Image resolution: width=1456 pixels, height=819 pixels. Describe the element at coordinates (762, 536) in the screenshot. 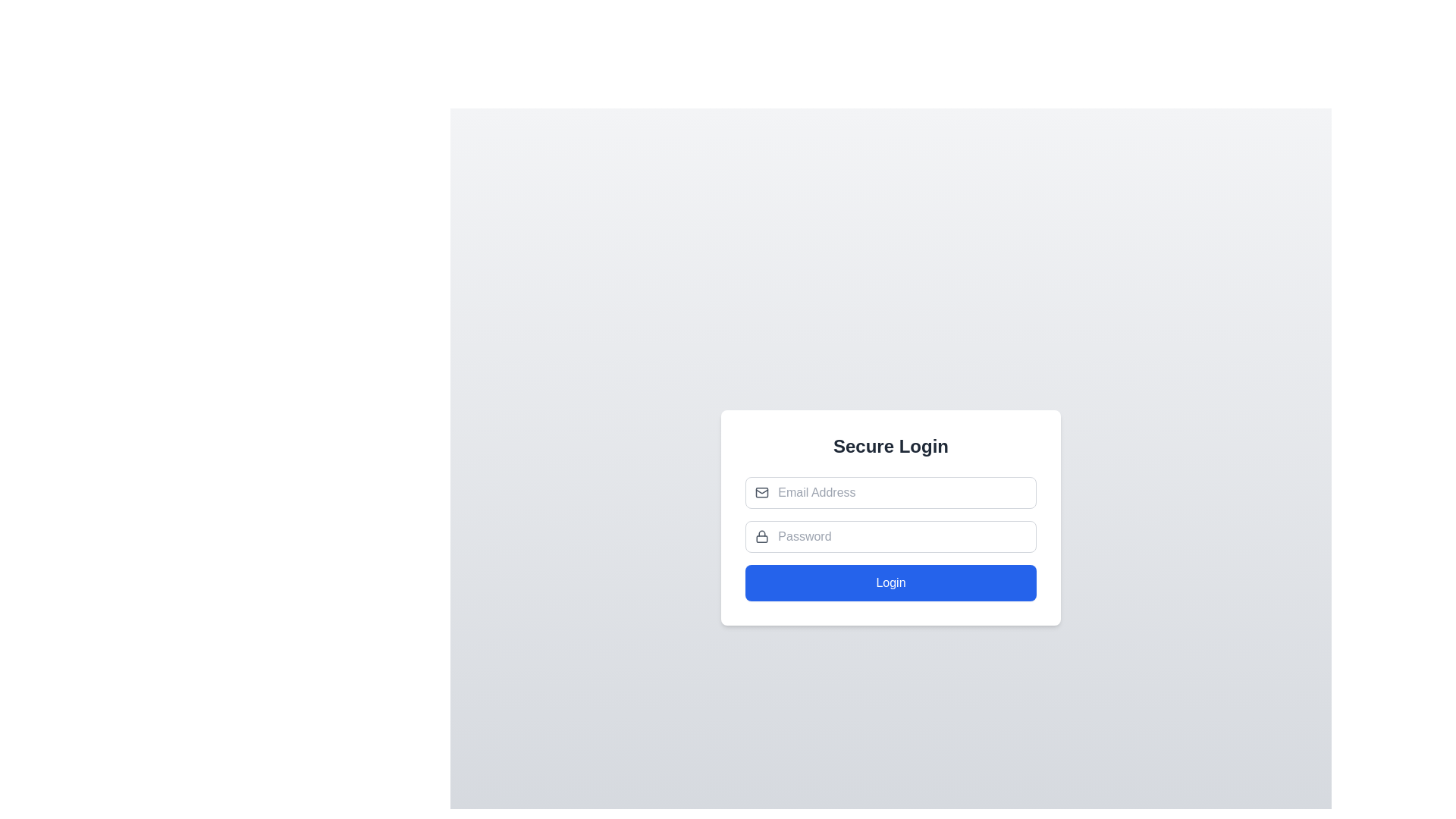

I see `the small gray lock icon located to the left of the 'Password' input field on the login form` at that location.